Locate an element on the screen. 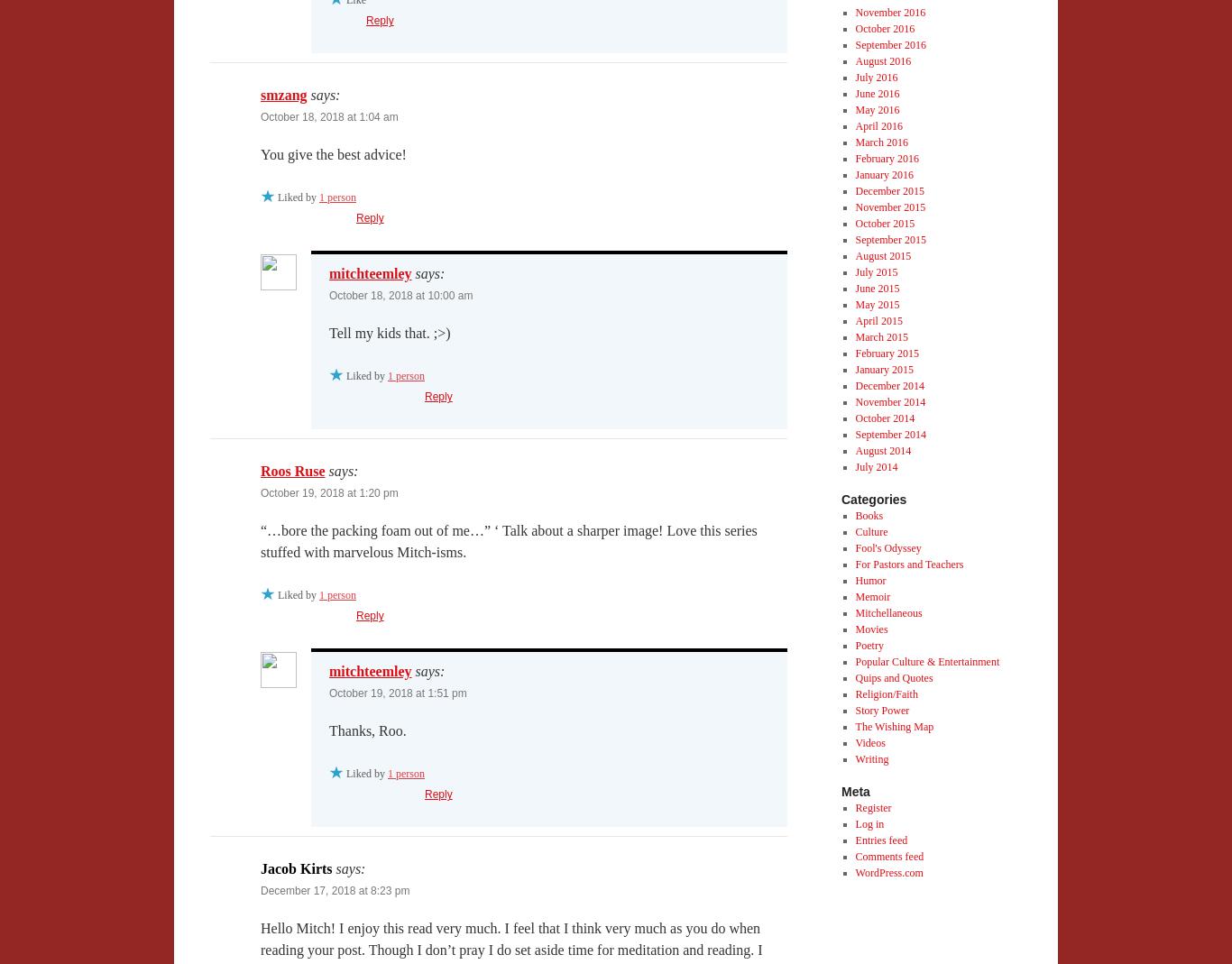  'January 2016' is located at coordinates (883, 173).